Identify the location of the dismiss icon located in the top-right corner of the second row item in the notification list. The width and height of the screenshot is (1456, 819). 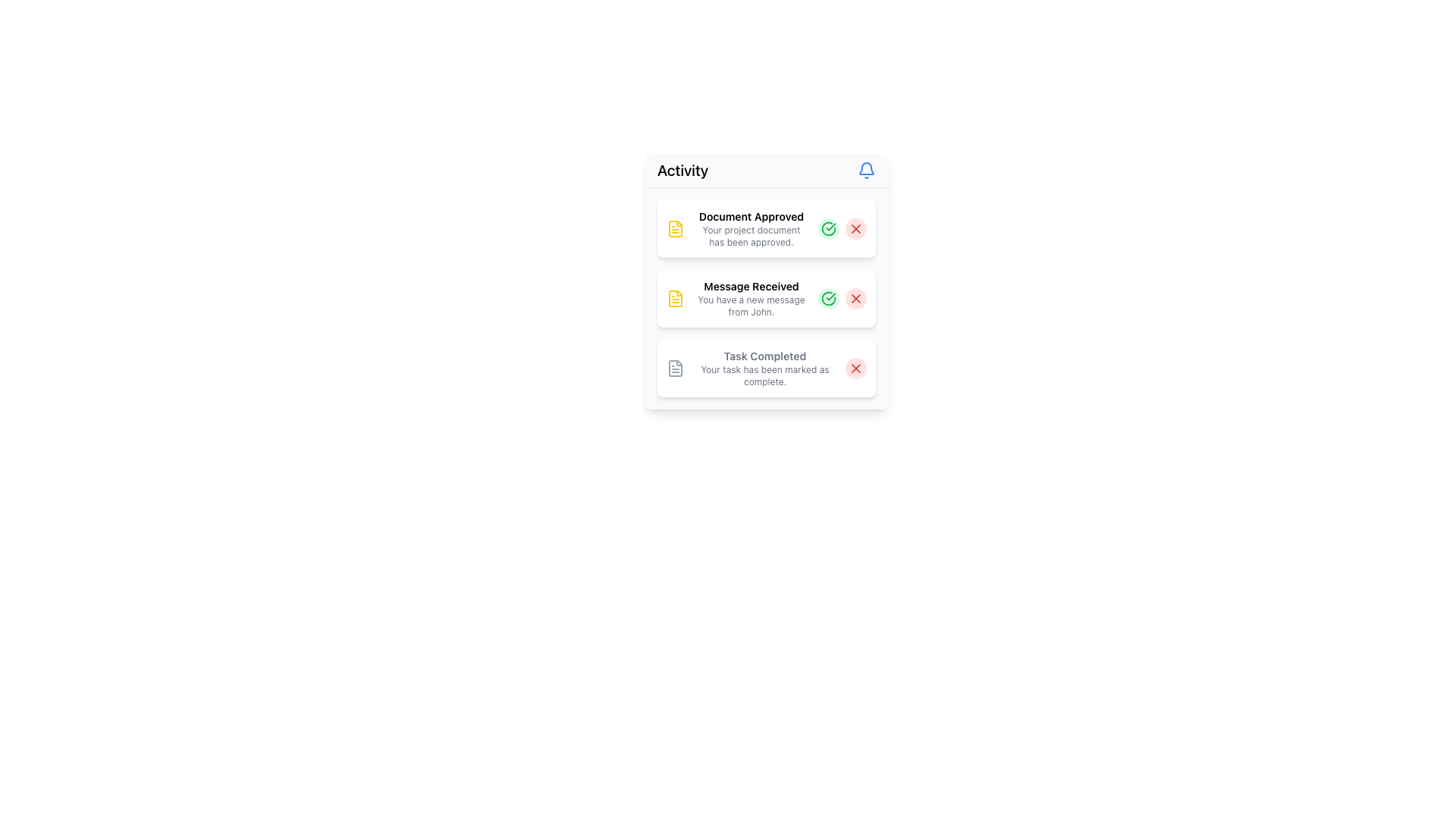
(855, 298).